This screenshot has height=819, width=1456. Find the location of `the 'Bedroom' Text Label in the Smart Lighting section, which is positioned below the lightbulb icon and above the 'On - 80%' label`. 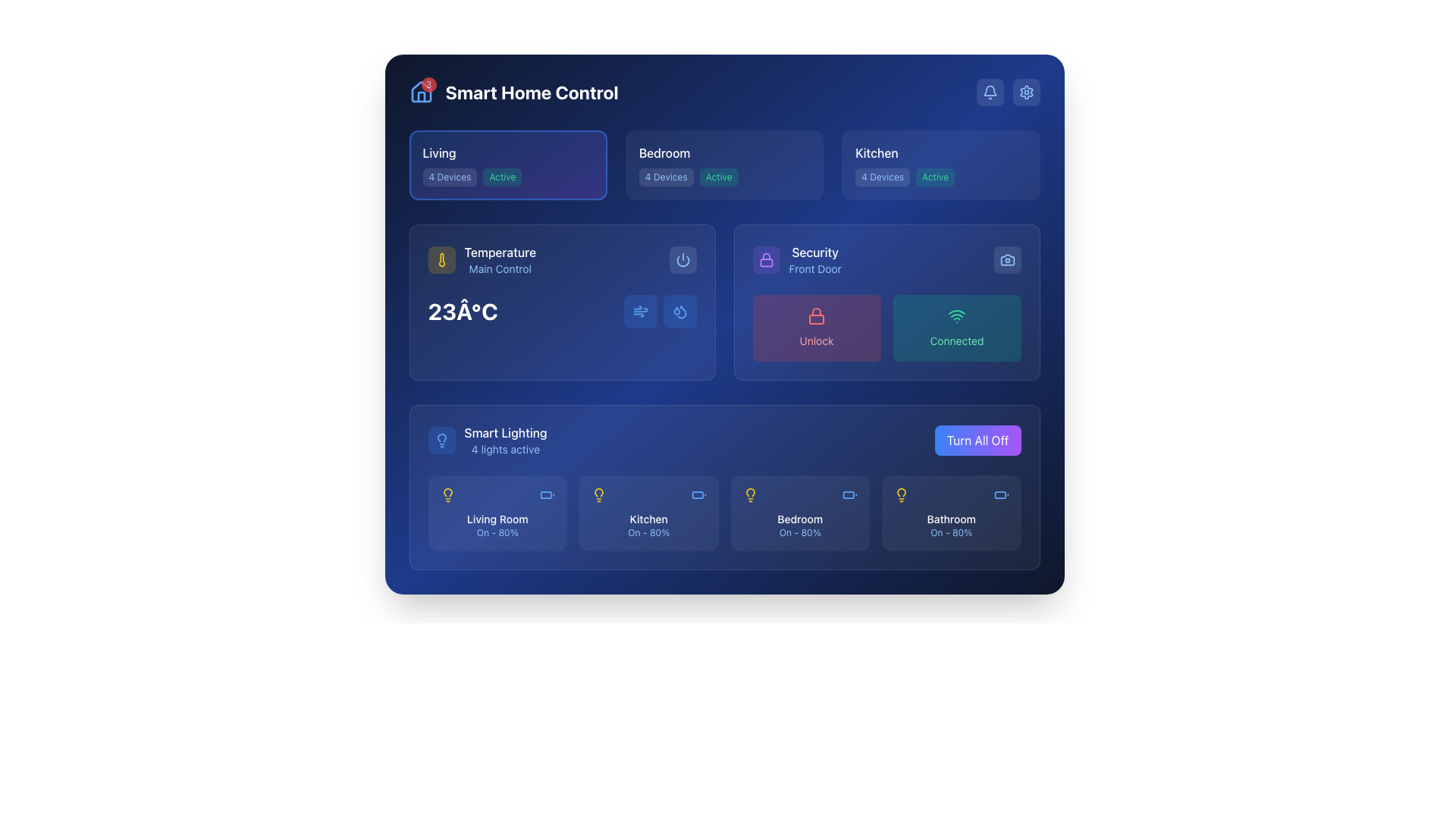

the 'Bedroom' Text Label in the Smart Lighting section, which is positioned below the lightbulb icon and above the 'On - 80%' label is located at coordinates (799, 519).